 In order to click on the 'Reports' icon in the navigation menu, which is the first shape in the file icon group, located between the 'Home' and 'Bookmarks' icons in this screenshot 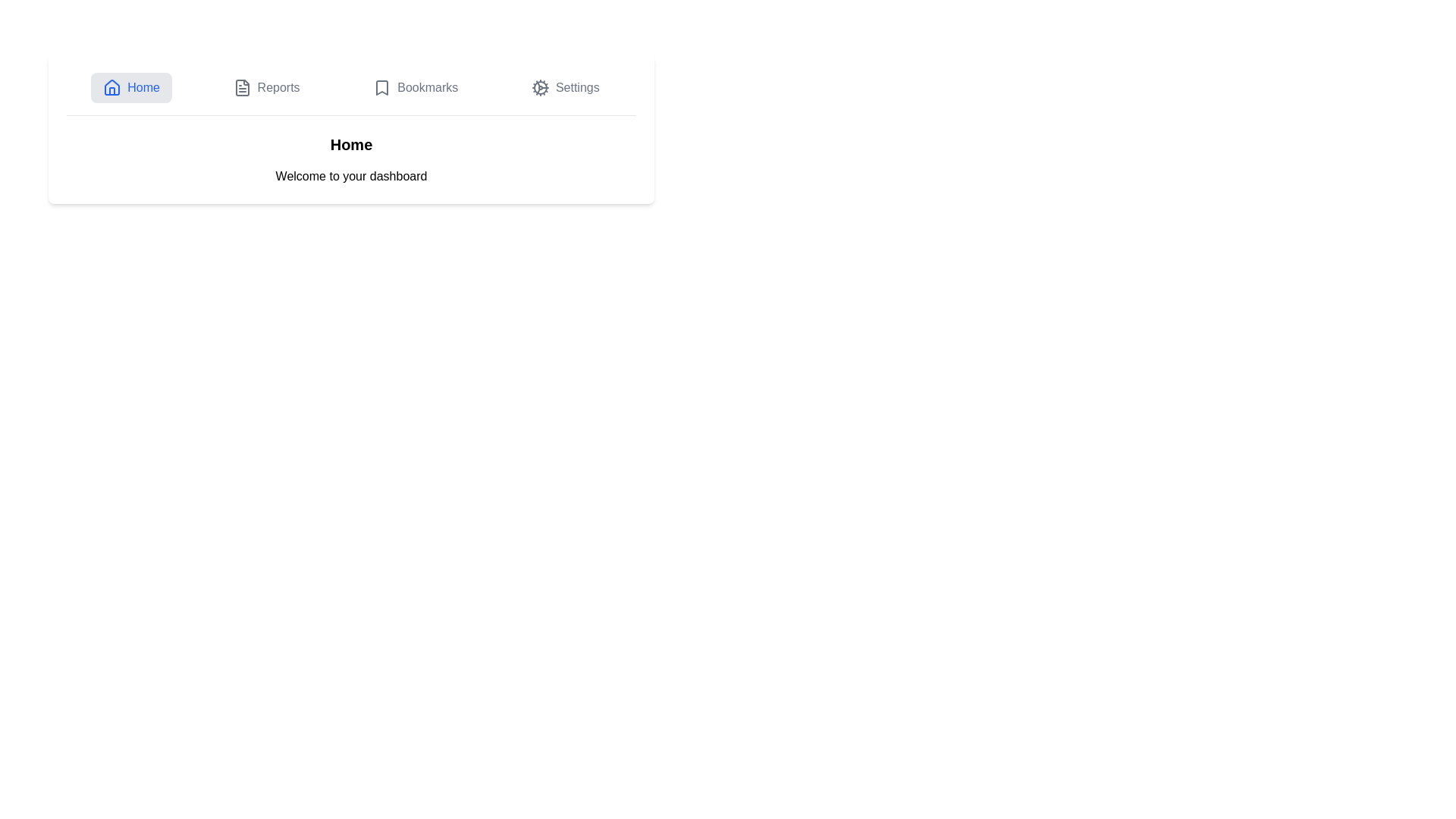, I will do `click(241, 87)`.